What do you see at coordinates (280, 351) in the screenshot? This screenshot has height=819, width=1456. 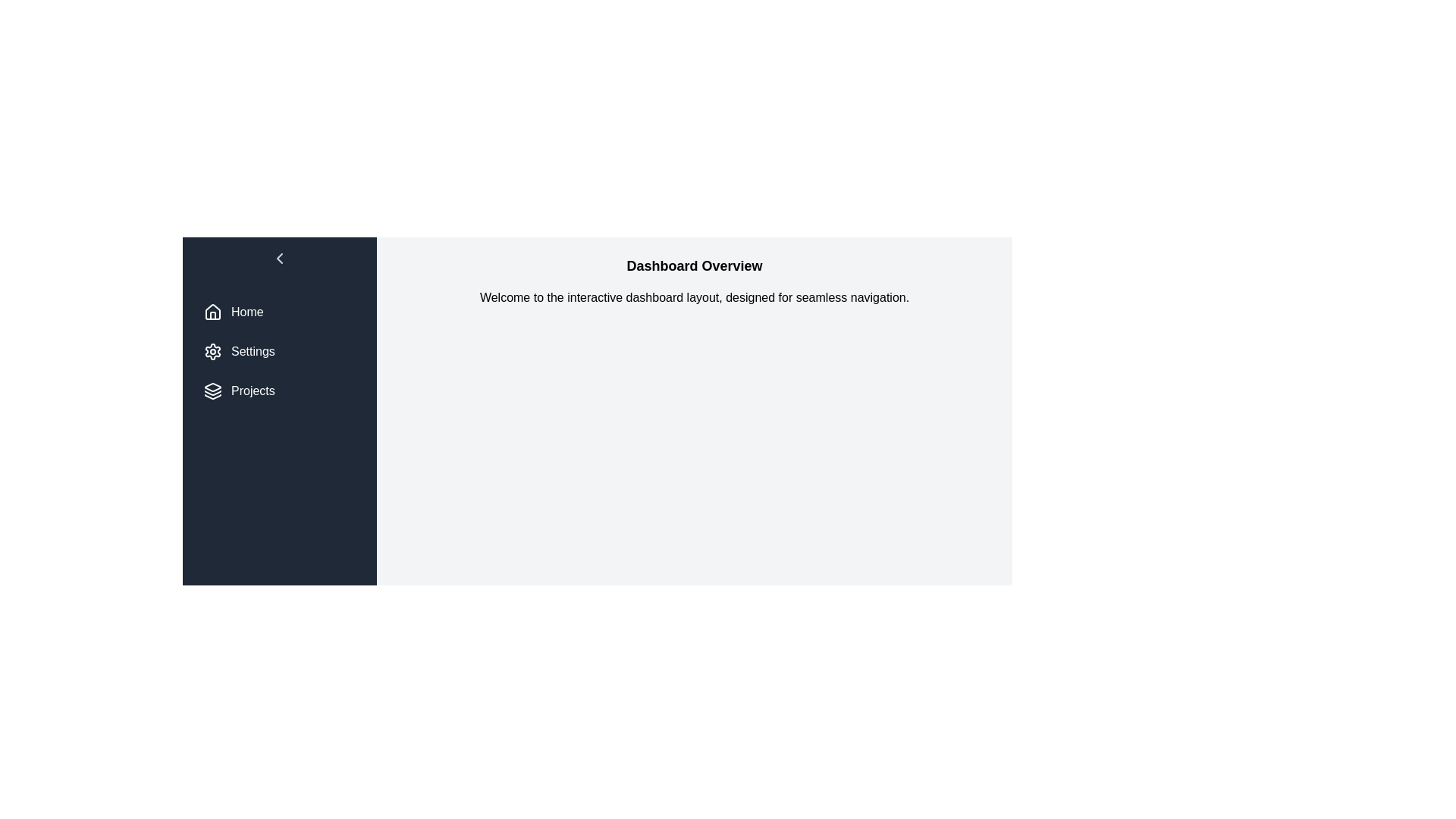 I see `one of the items (Home, Settings, Projects) in the second block of the left menu sidebar` at bounding box center [280, 351].